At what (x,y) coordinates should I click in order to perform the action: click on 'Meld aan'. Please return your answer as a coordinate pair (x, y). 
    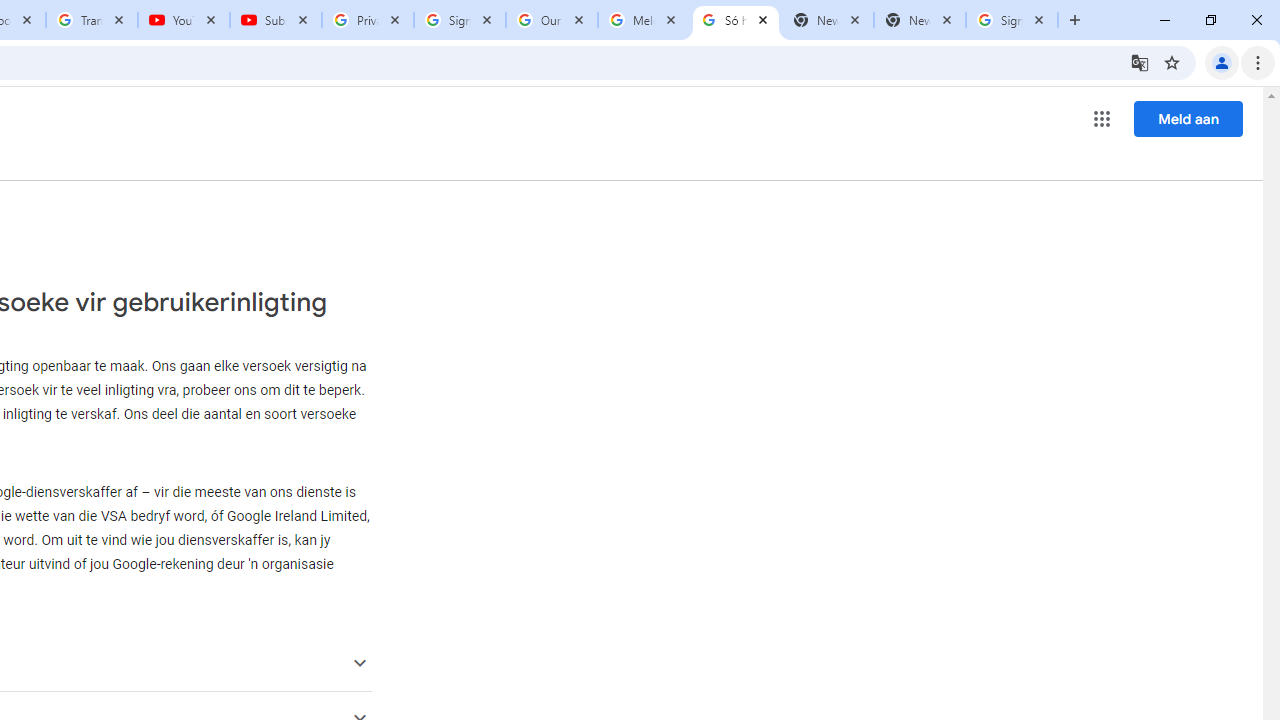
    Looking at the image, I should click on (1188, 118).